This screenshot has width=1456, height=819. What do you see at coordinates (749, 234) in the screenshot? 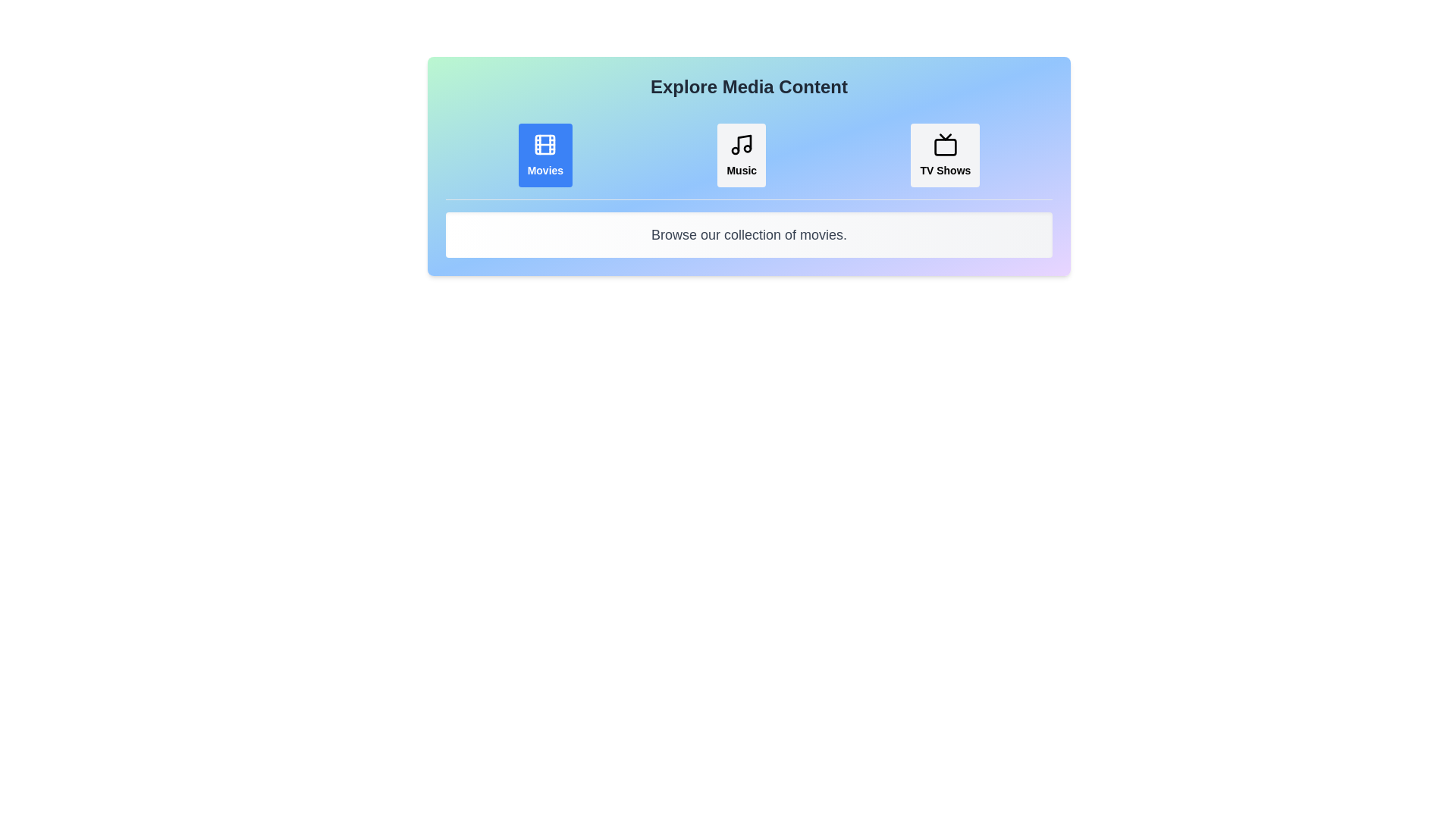
I see `the text banner styled with a gradient that displays the sentence 'Browse our collection of movies.' which is located below the components labeled 'Movies,' 'Music,' and 'TV Shows.'` at bounding box center [749, 234].